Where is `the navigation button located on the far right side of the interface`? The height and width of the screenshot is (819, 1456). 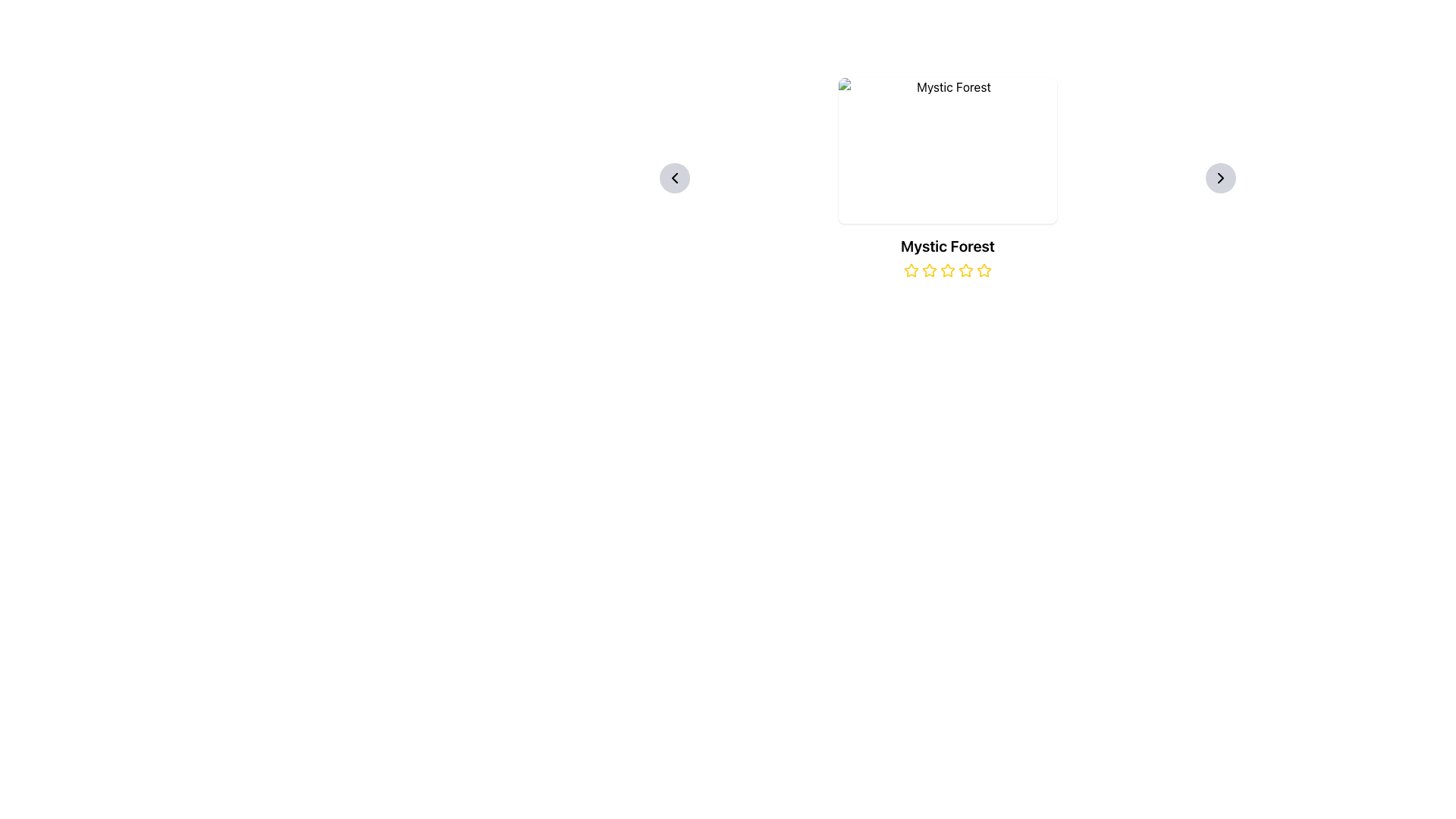 the navigation button located on the far right side of the interface is located at coordinates (1220, 177).